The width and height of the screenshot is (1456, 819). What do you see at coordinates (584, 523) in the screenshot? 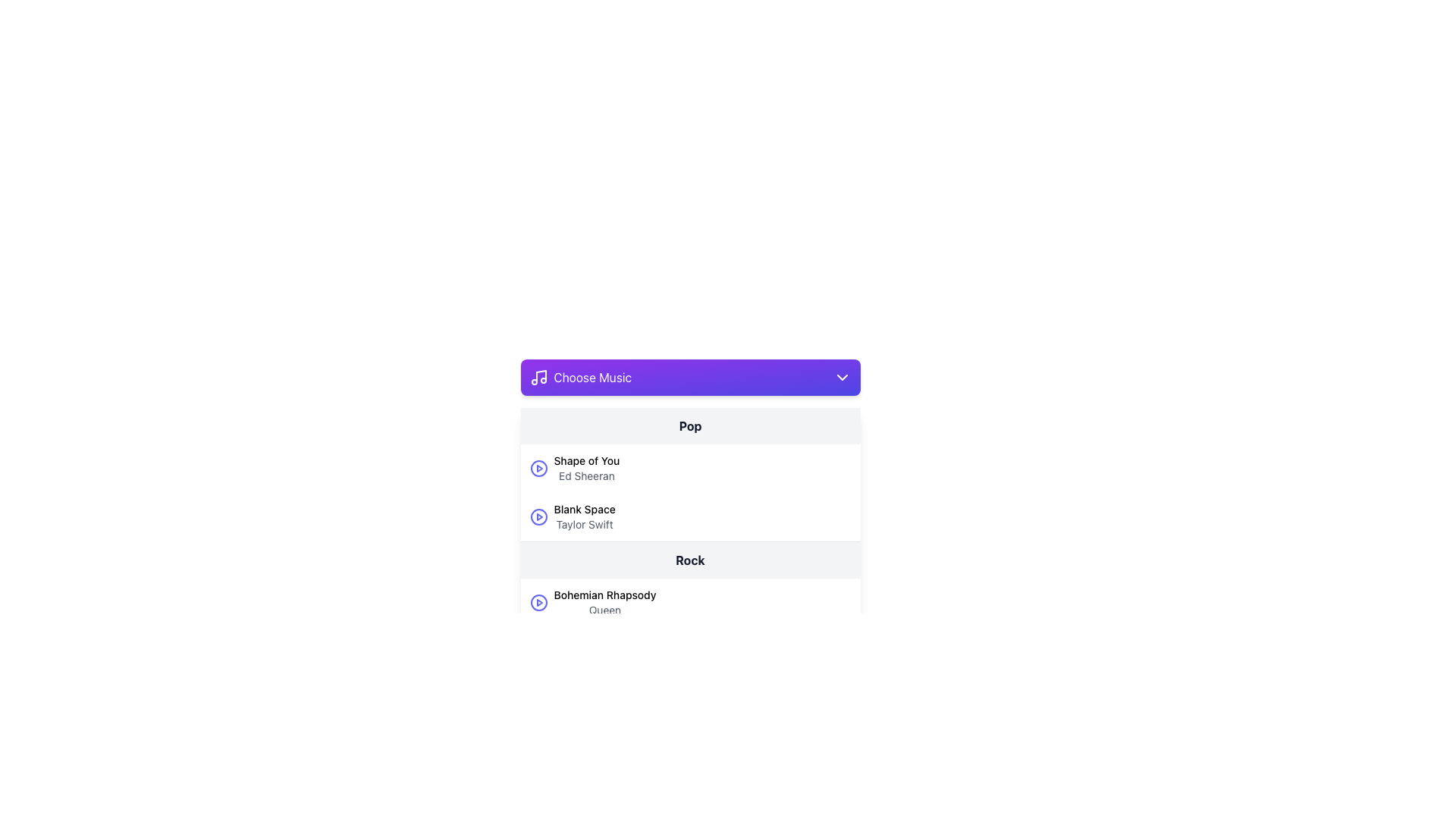
I see `the static text label displaying 'Taylor Swift', which is styled in gray and positioned below 'Blank Space' in a list under the 'Pop' heading` at bounding box center [584, 523].